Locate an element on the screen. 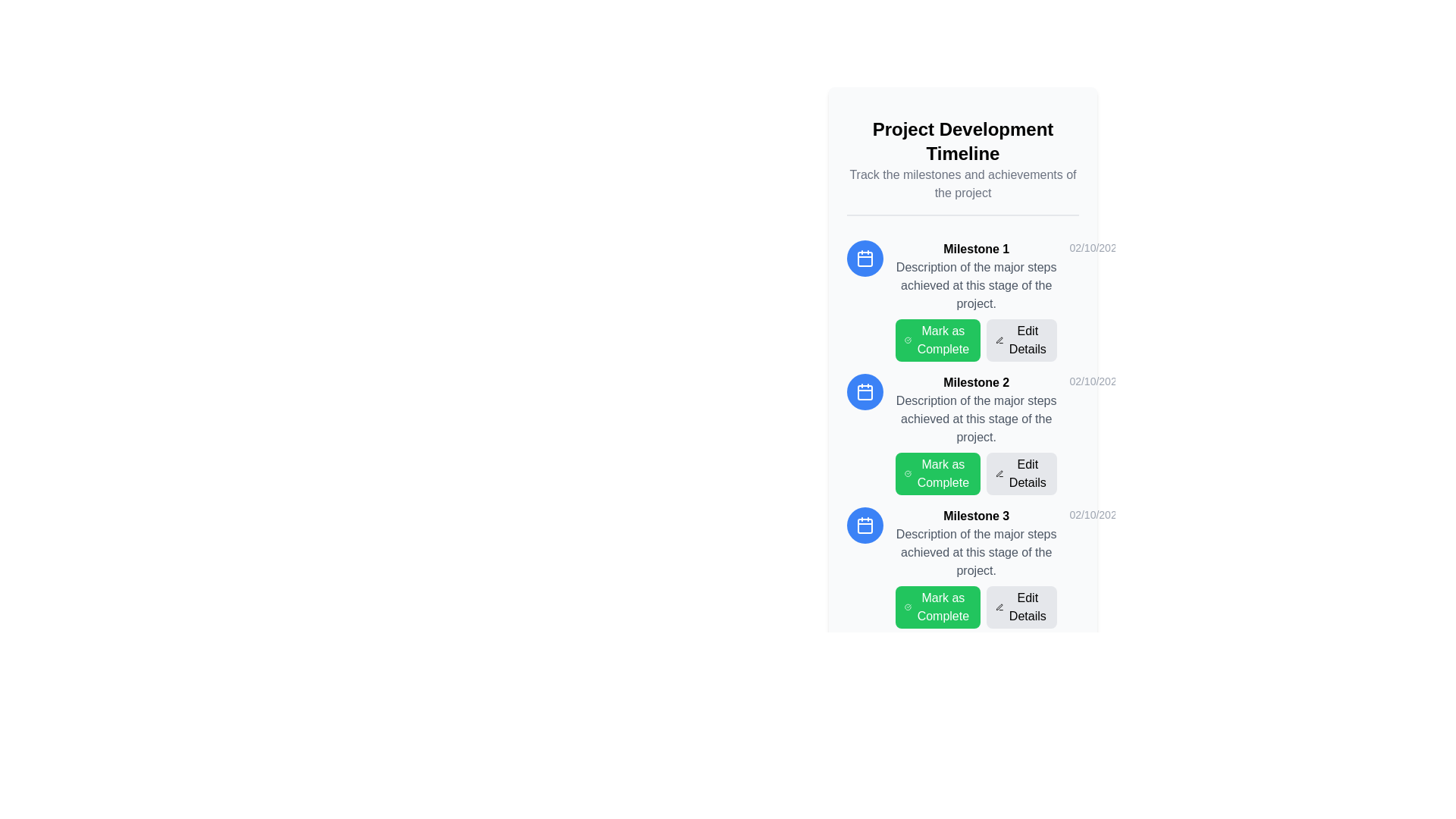  details of the first milestone titled 'Milestone 1', which includes a bold header, a descriptive paragraph, and action buttons below it is located at coordinates (976, 301).